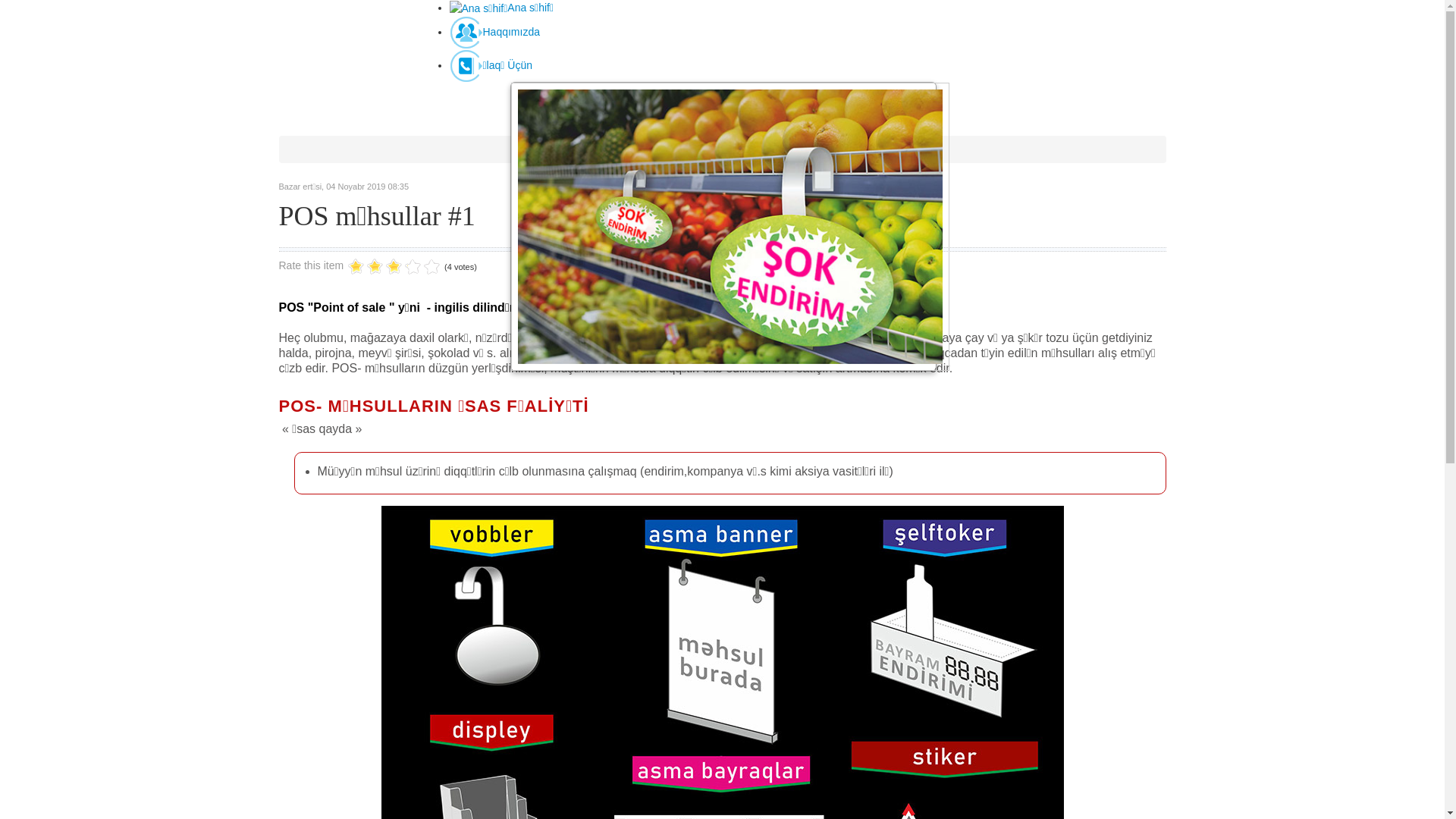 The image size is (1456, 819). What do you see at coordinates (365, 266) in the screenshot?
I see `'2'` at bounding box center [365, 266].